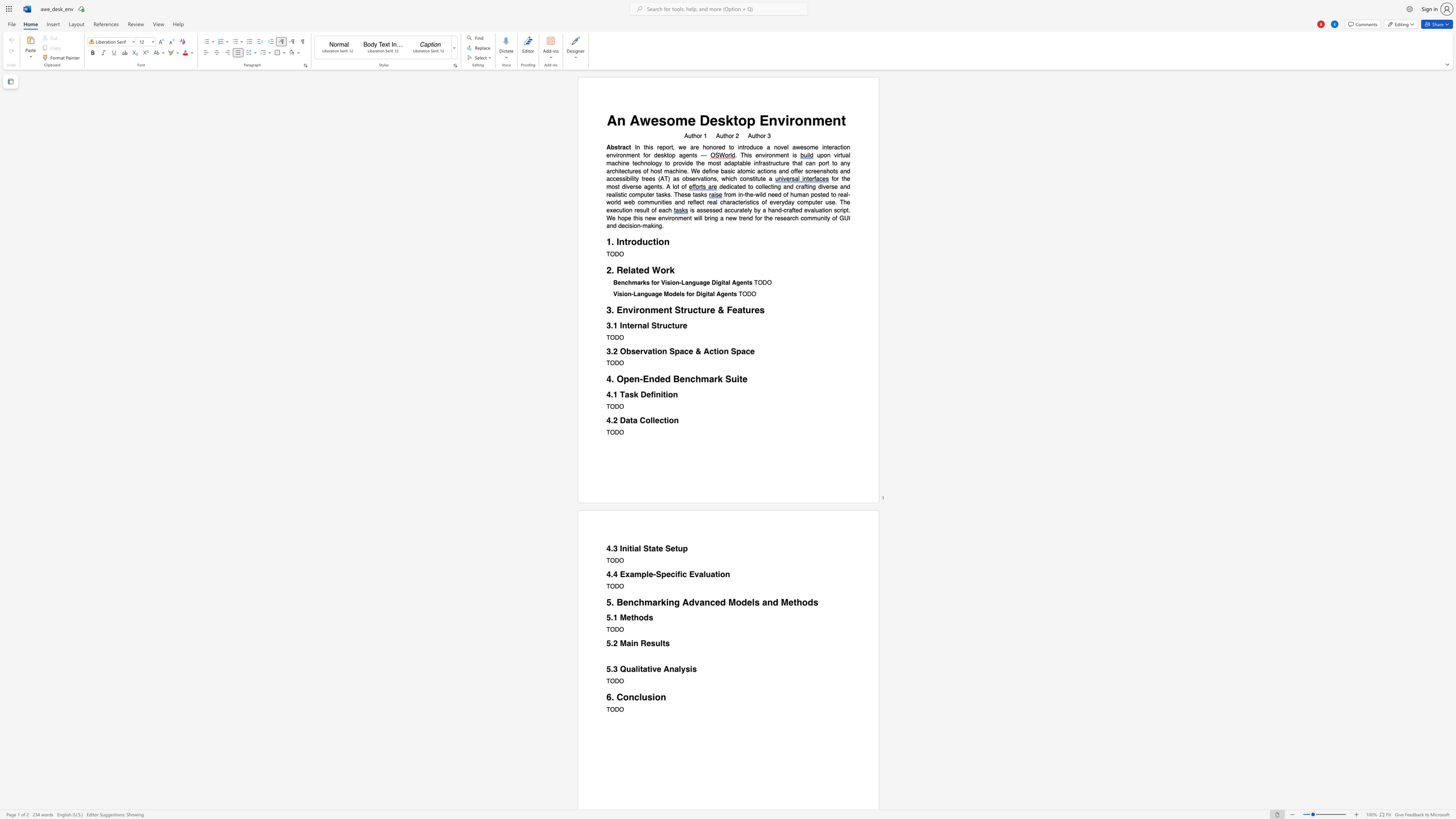 Image resolution: width=1456 pixels, height=819 pixels. I want to click on the 2th character "e" in the text, so click(660, 218).